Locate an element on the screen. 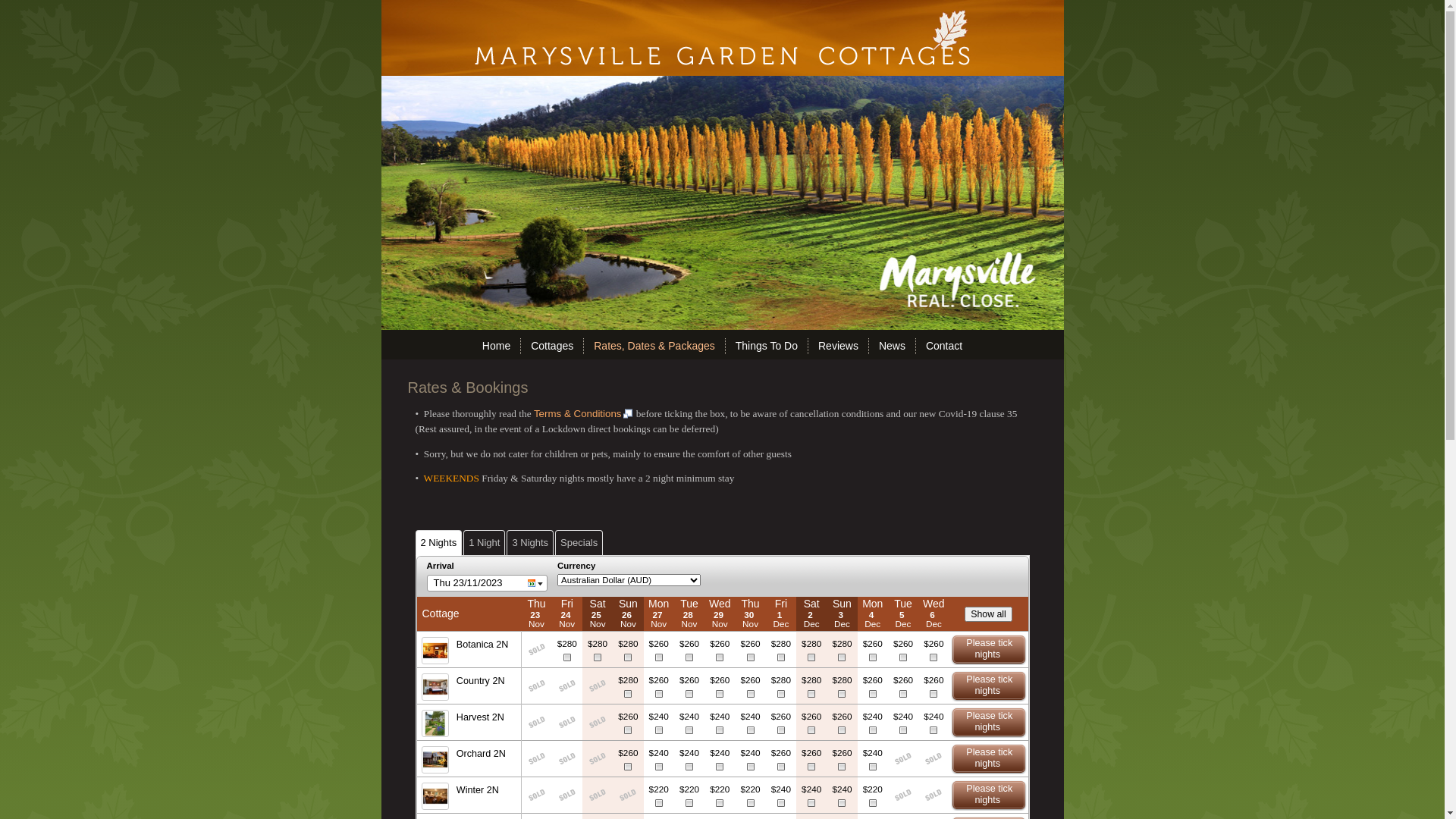 Image resolution: width=1456 pixels, height=819 pixels. 'Rates, Dates & Packages' is located at coordinates (654, 345).